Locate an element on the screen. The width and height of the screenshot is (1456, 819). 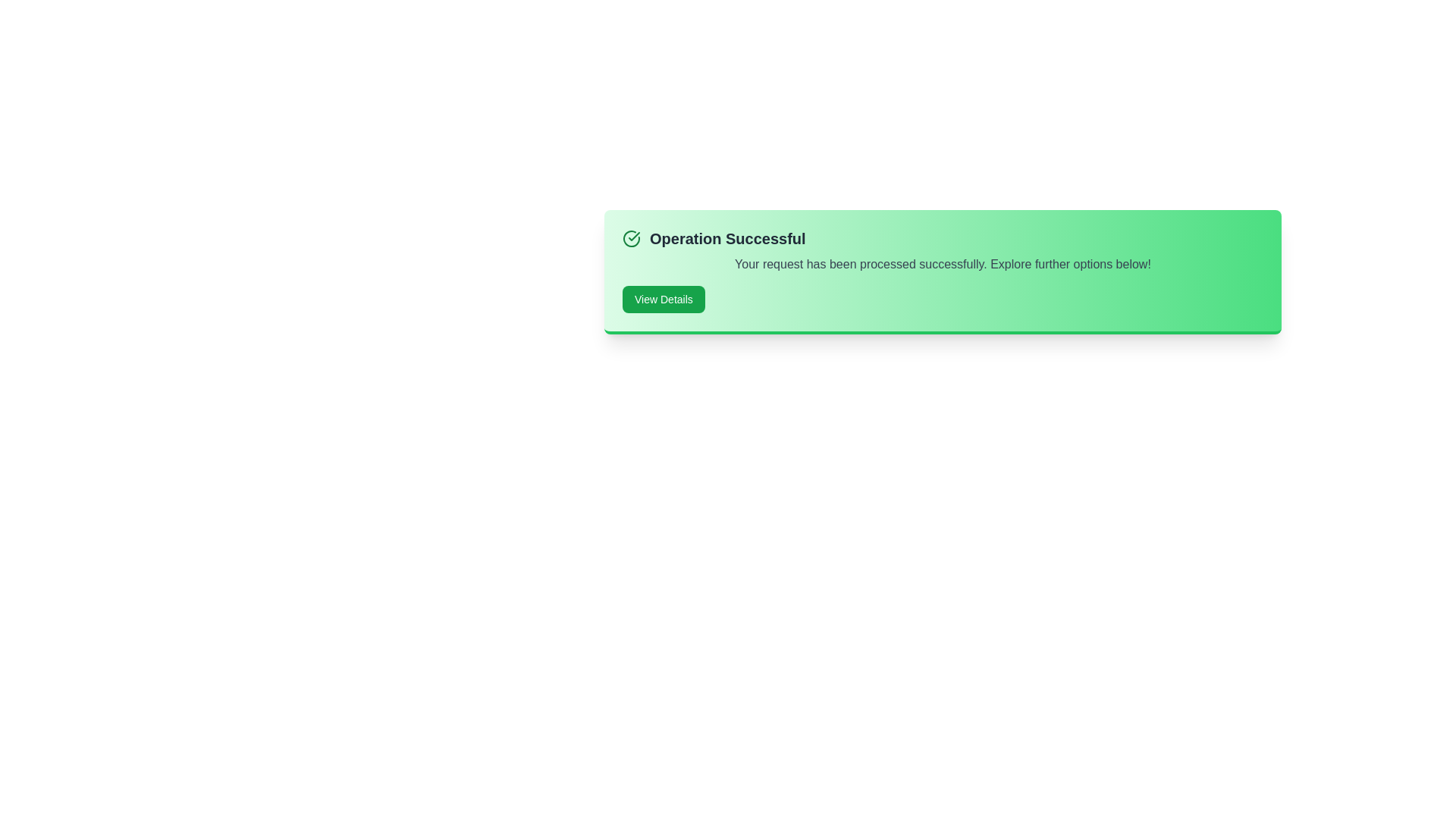
the 'View Details' button to proceed with the action is located at coordinates (663, 299).